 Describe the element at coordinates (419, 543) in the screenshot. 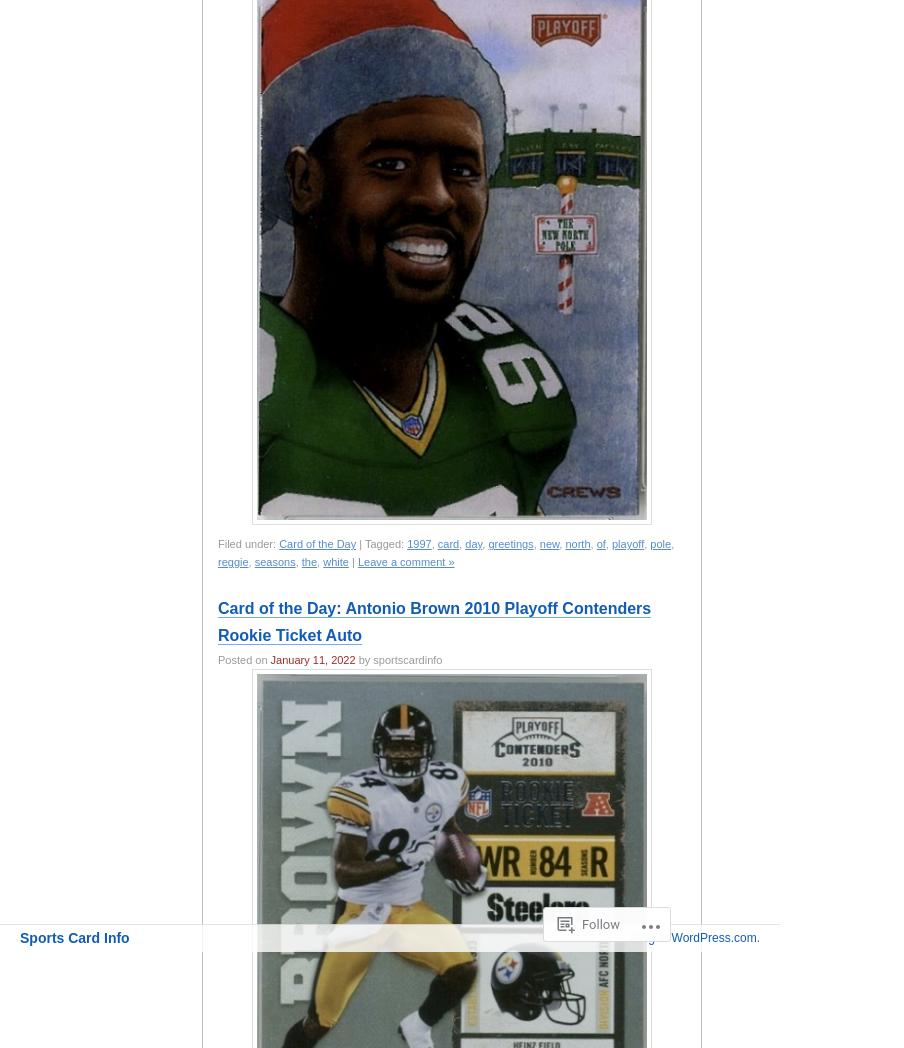

I see `'1997'` at that location.